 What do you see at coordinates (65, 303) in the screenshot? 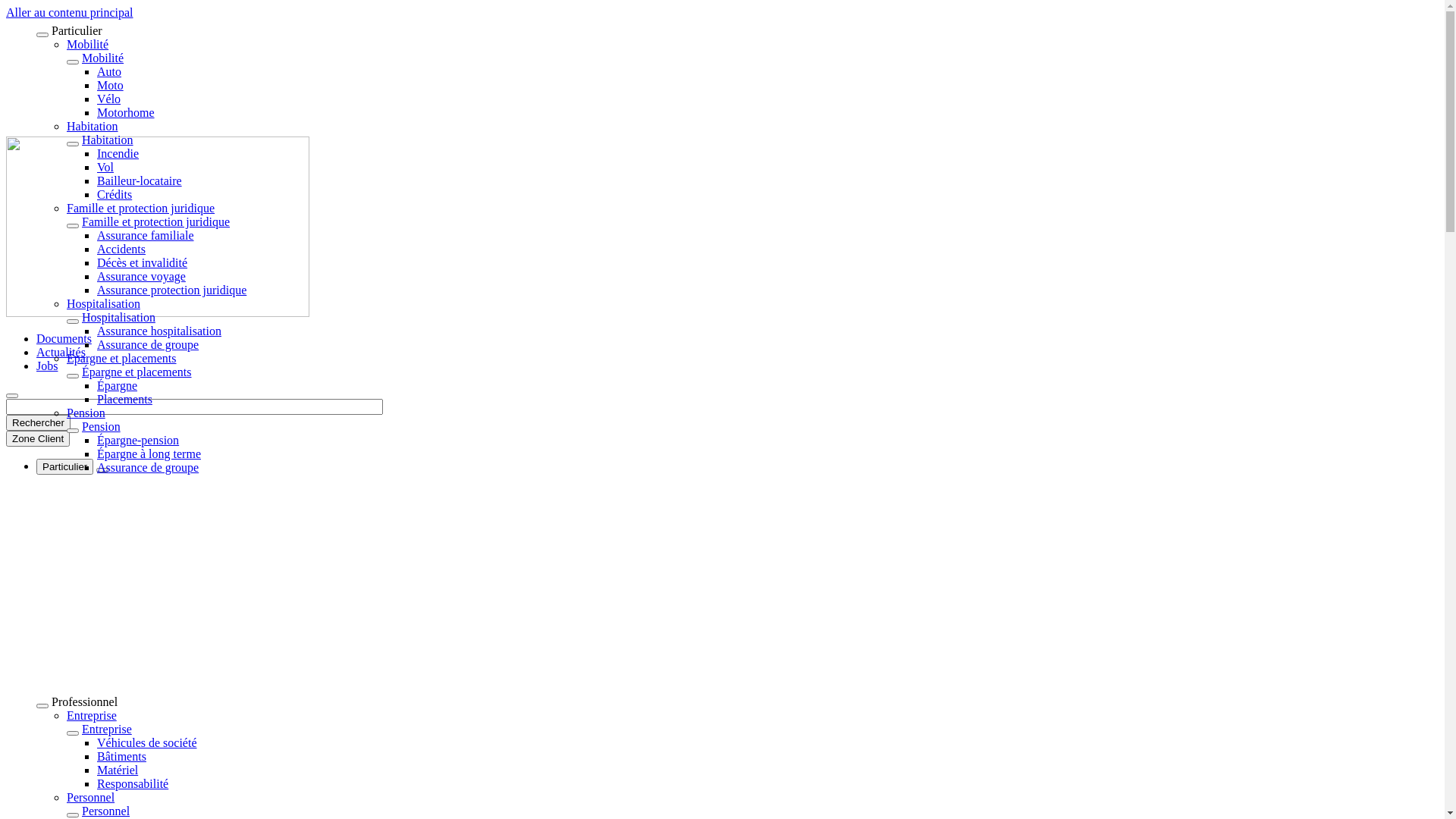
I see `'Hospitalisation'` at bounding box center [65, 303].